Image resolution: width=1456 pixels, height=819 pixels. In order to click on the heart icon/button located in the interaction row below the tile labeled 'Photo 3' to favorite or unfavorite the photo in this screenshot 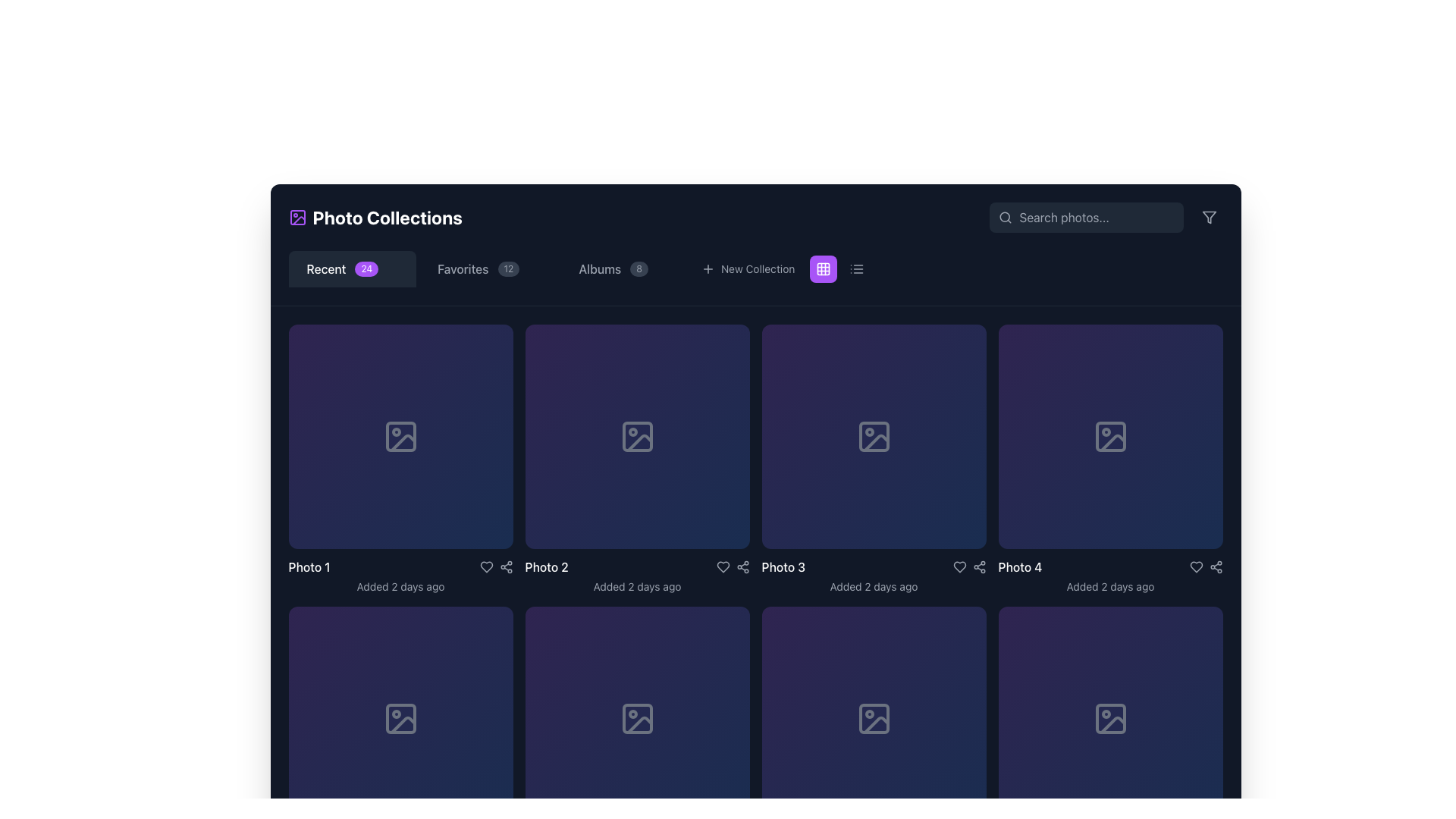, I will do `click(722, 567)`.